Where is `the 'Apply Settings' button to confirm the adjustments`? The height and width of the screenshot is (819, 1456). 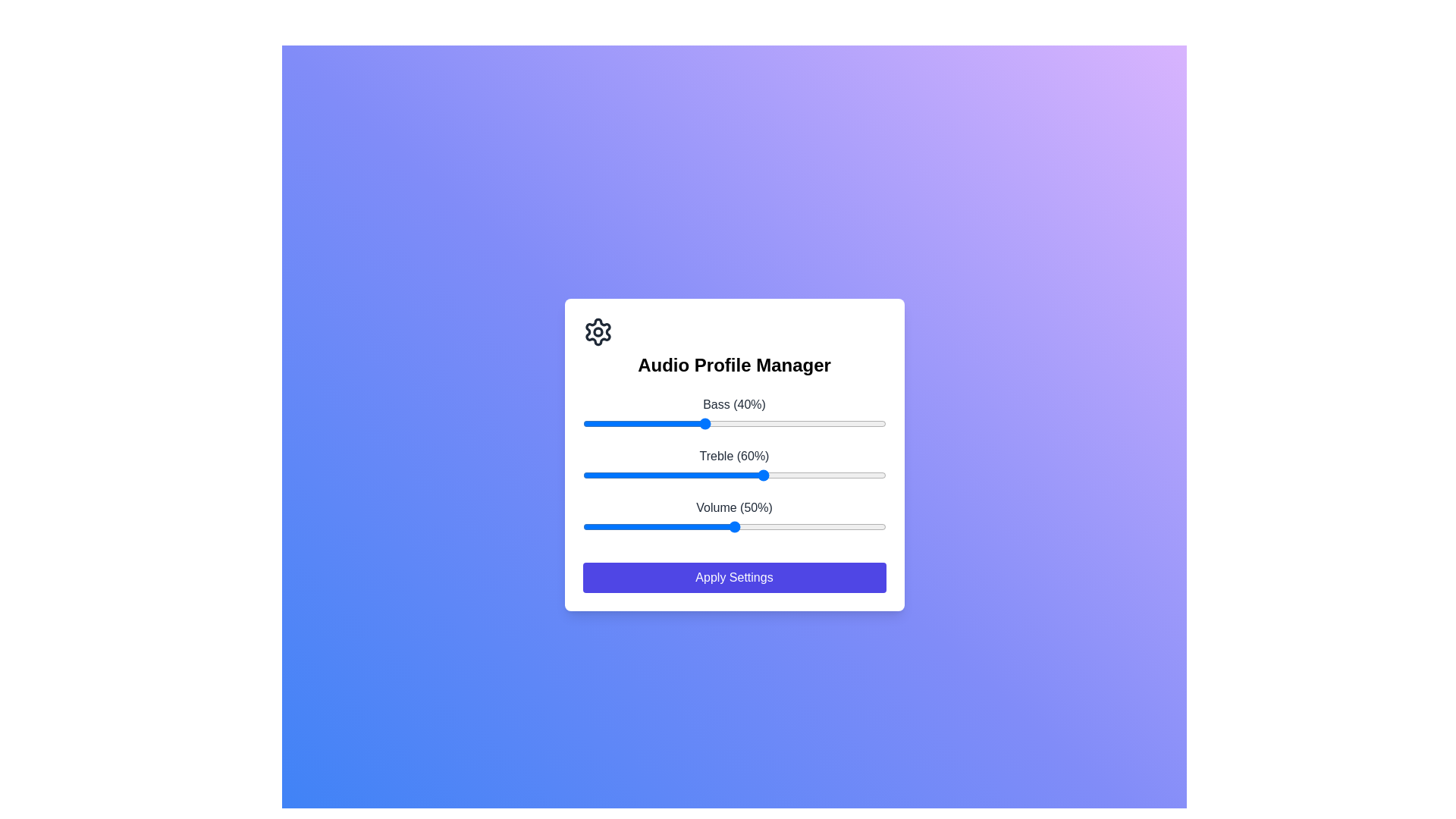
the 'Apply Settings' button to confirm the adjustments is located at coordinates (734, 578).